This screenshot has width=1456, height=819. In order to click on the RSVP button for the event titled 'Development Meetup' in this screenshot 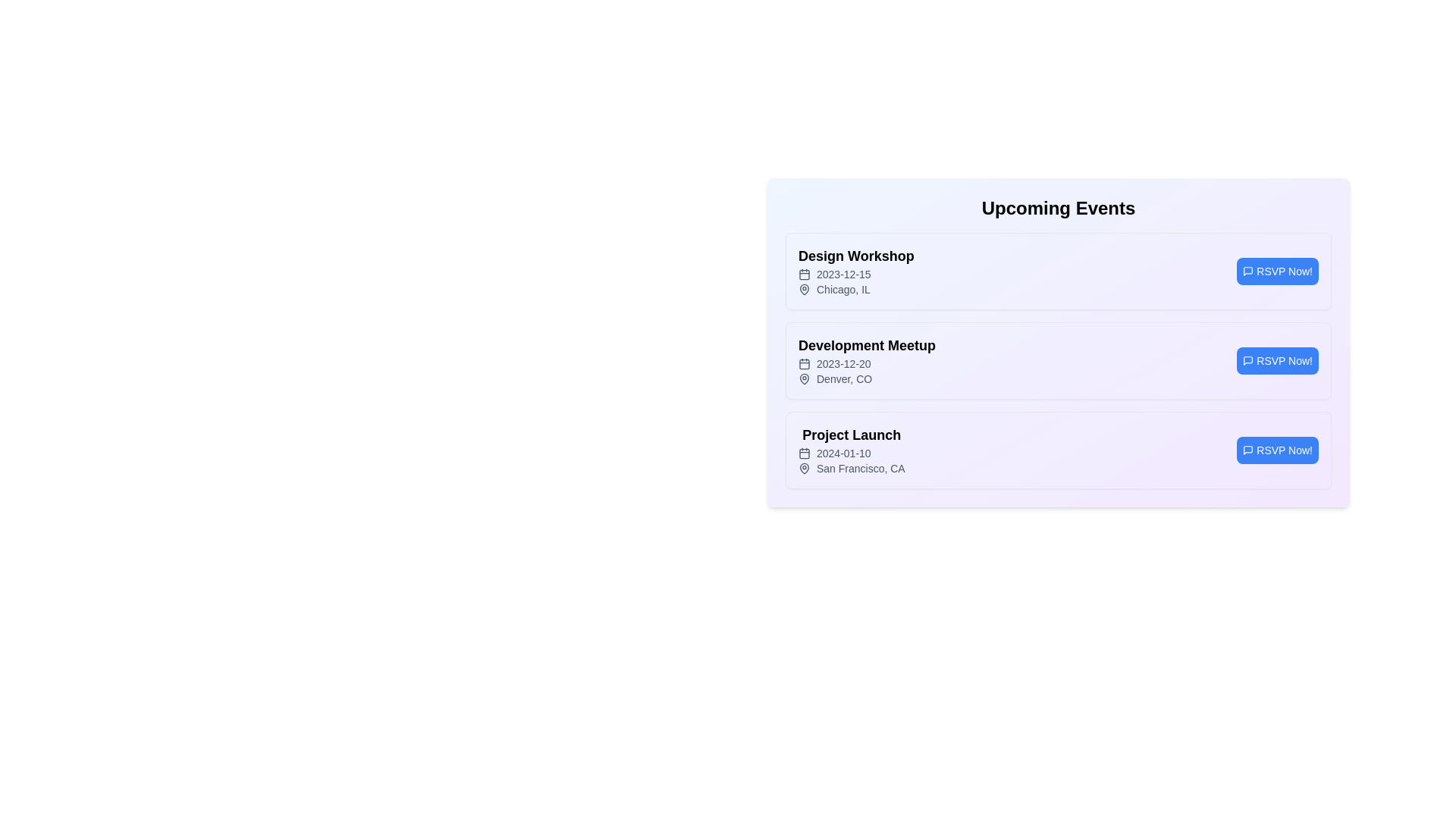, I will do `click(1277, 360)`.